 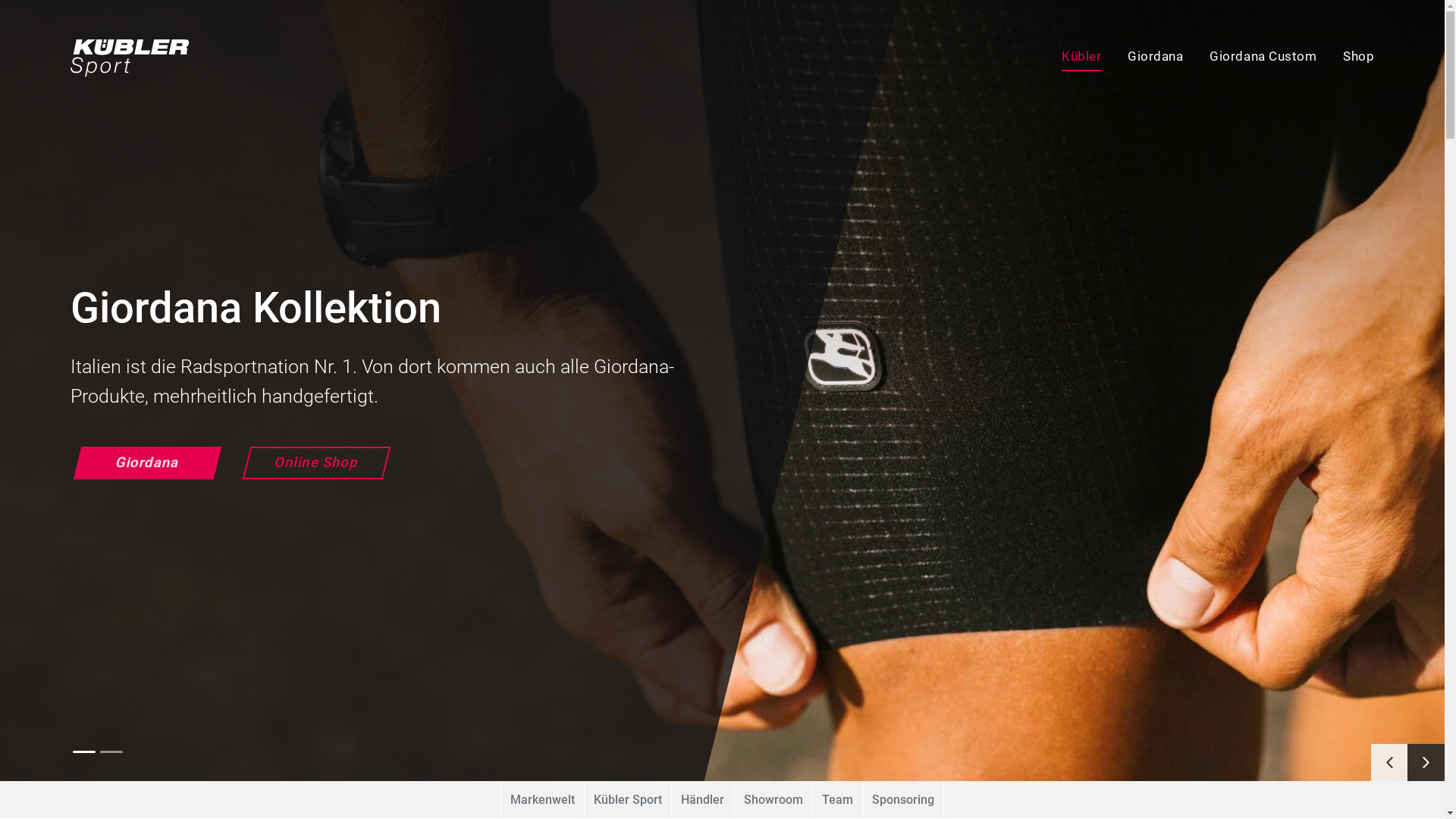 I want to click on 'Online Shop', so click(x=240, y=462).